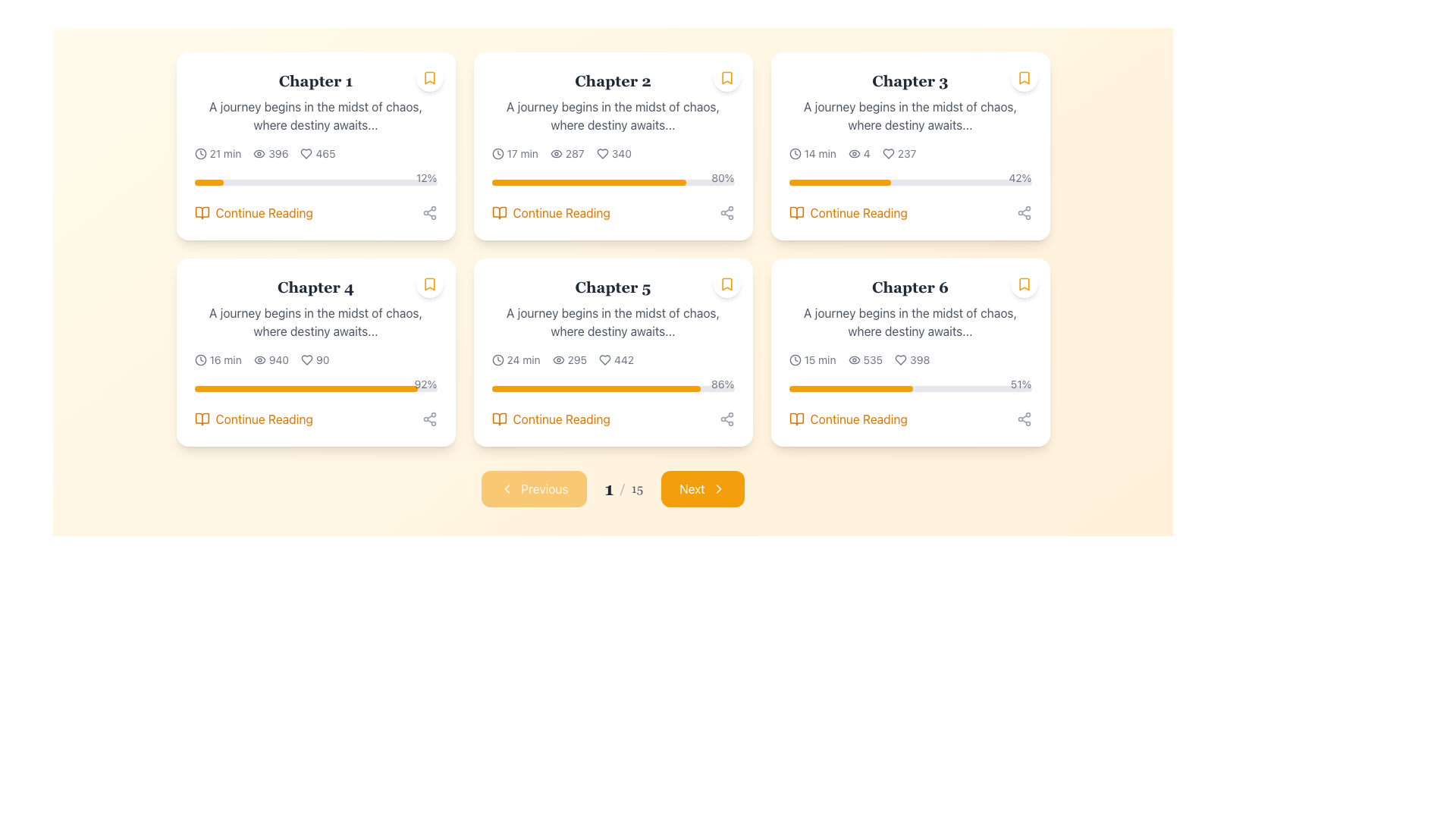  I want to click on the text label displaying the chapter preview: 'A journey begins in the midst of chaos, where destiny awaits...', located beneath 'Chapter 2' in the second column of the top row in the grid of chapters, so click(613, 115).